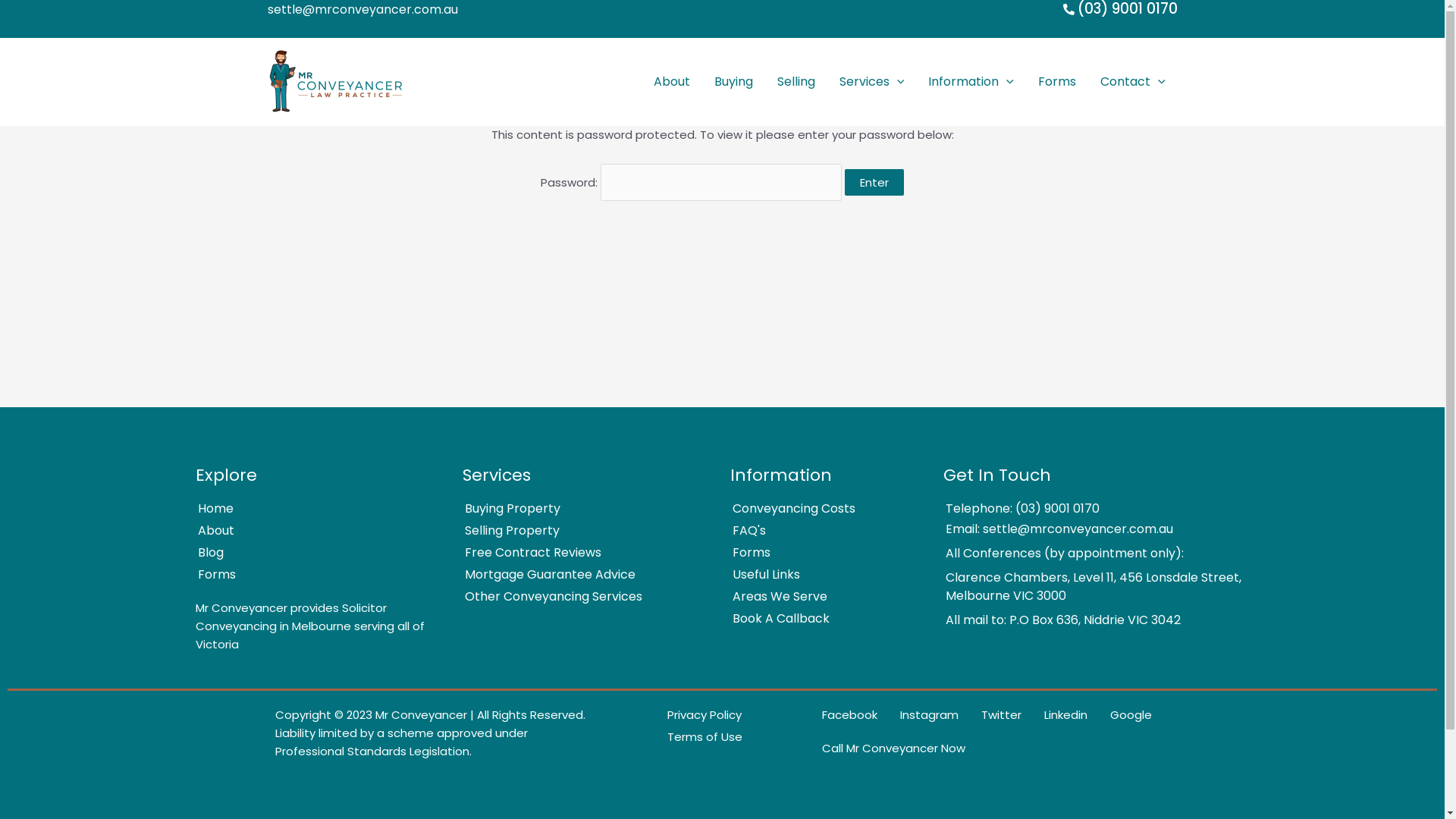 This screenshot has height=819, width=1456. What do you see at coordinates (312, 509) in the screenshot?
I see `'Home'` at bounding box center [312, 509].